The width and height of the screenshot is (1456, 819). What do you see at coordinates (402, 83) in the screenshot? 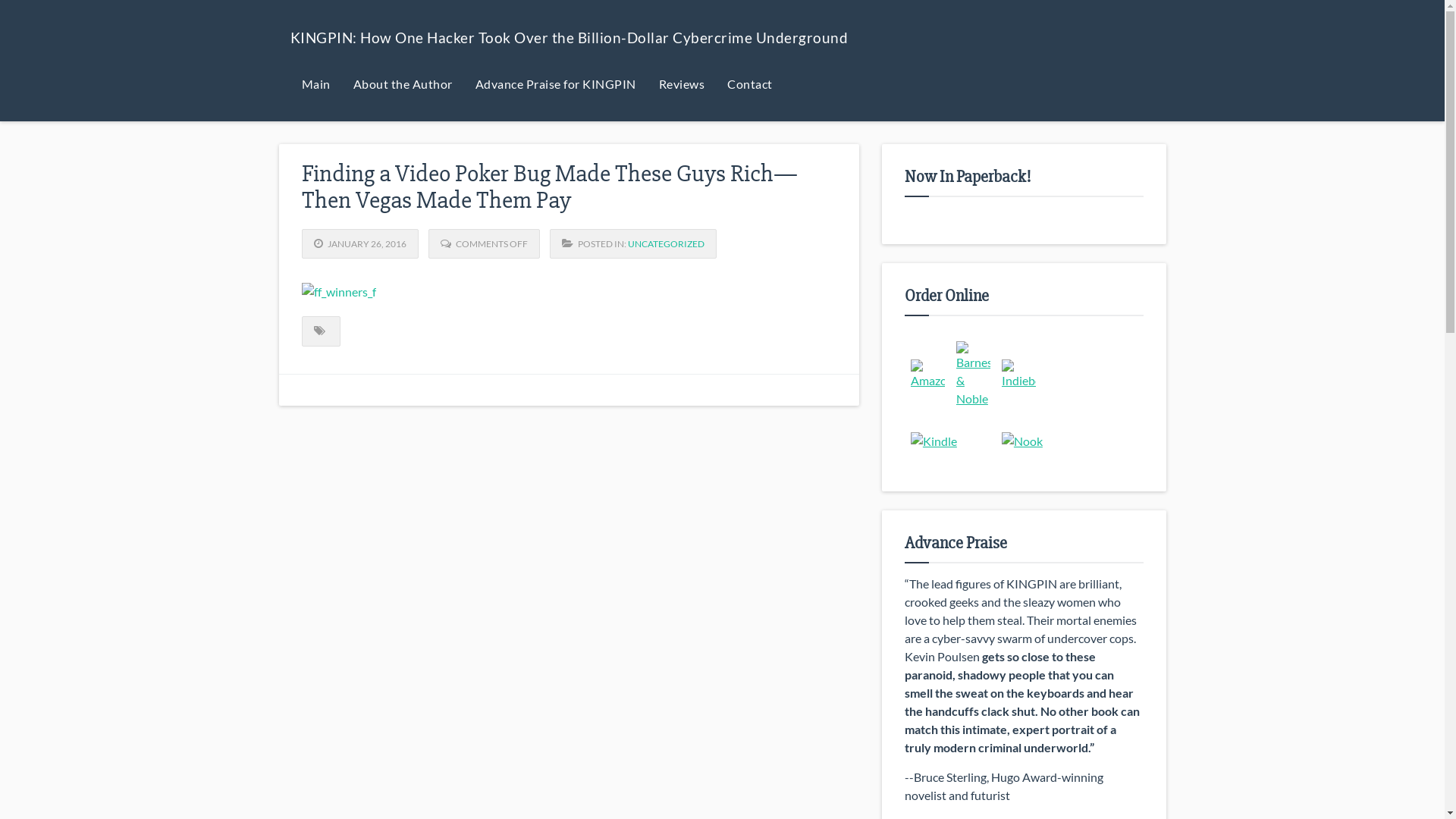
I see `'About the Author'` at bounding box center [402, 83].